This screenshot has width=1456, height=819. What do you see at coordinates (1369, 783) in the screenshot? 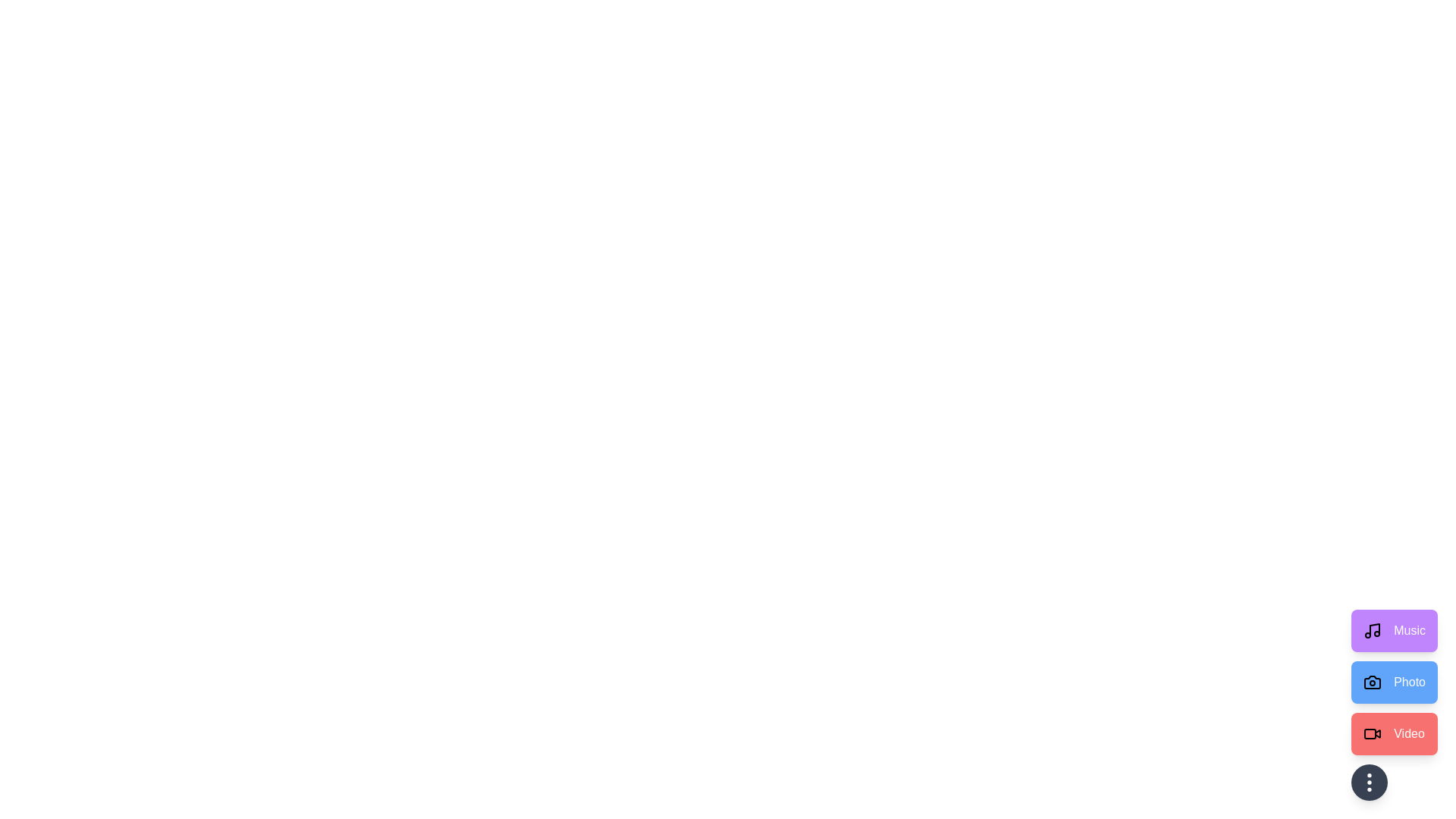
I see `the menu toggle button to expand or collapse the menu` at bounding box center [1369, 783].